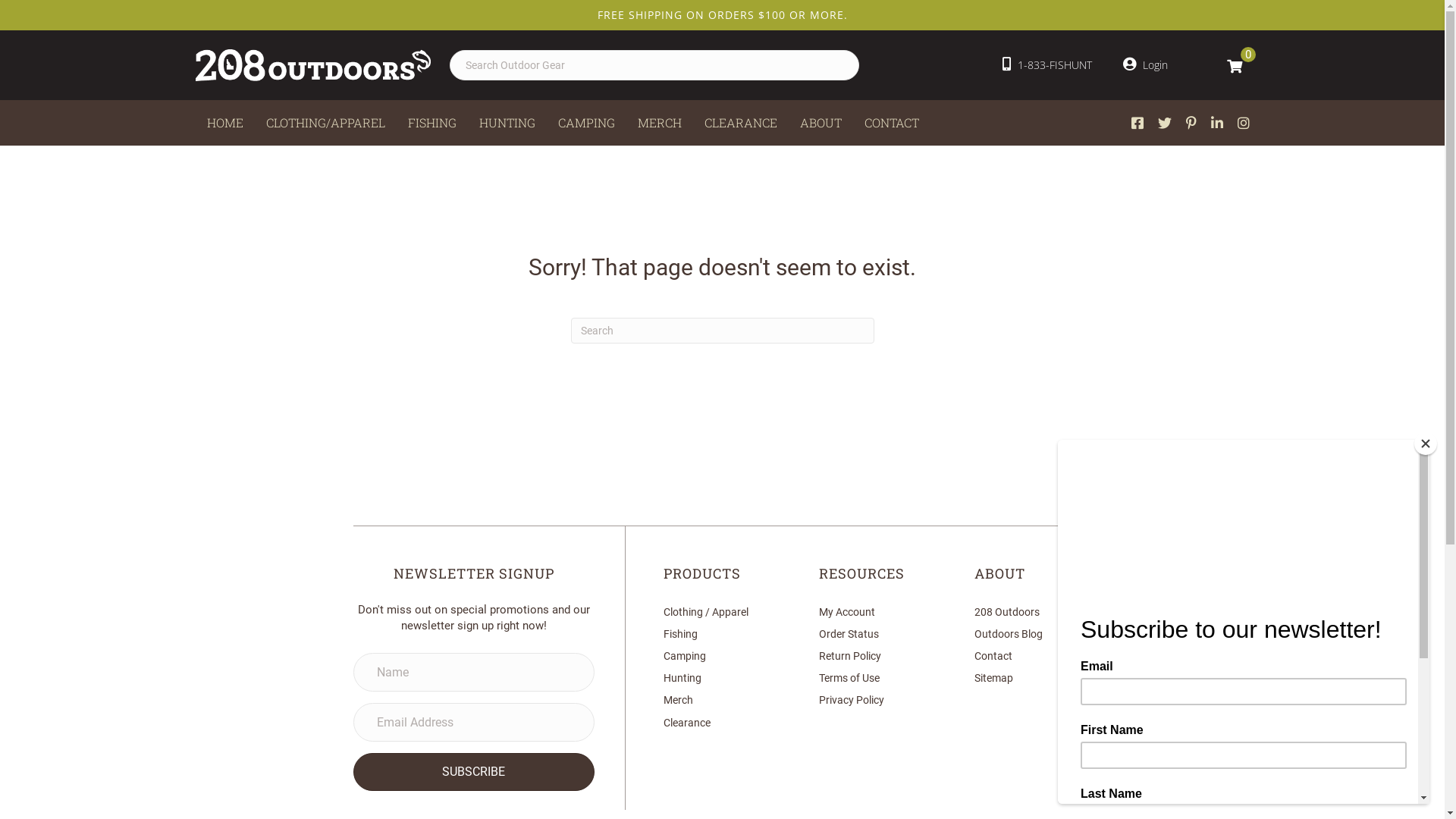 Image resolution: width=1456 pixels, height=819 pixels. What do you see at coordinates (396, 122) in the screenshot?
I see `'FISHING'` at bounding box center [396, 122].